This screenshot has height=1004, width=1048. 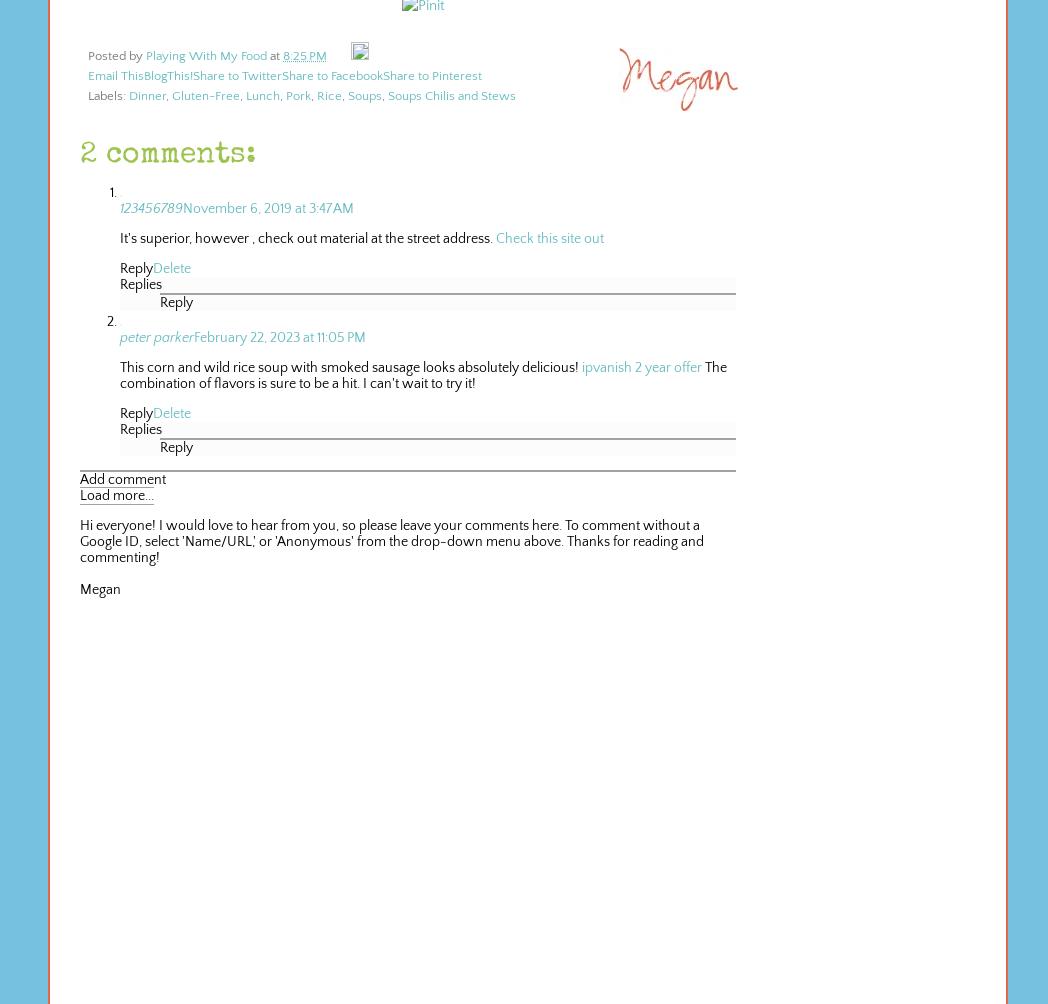 What do you see at coordinates (267, 208) in the screenshot?
I see `'November 6, 2019 at 3:47 AM'` at bounding box center [267, 208].